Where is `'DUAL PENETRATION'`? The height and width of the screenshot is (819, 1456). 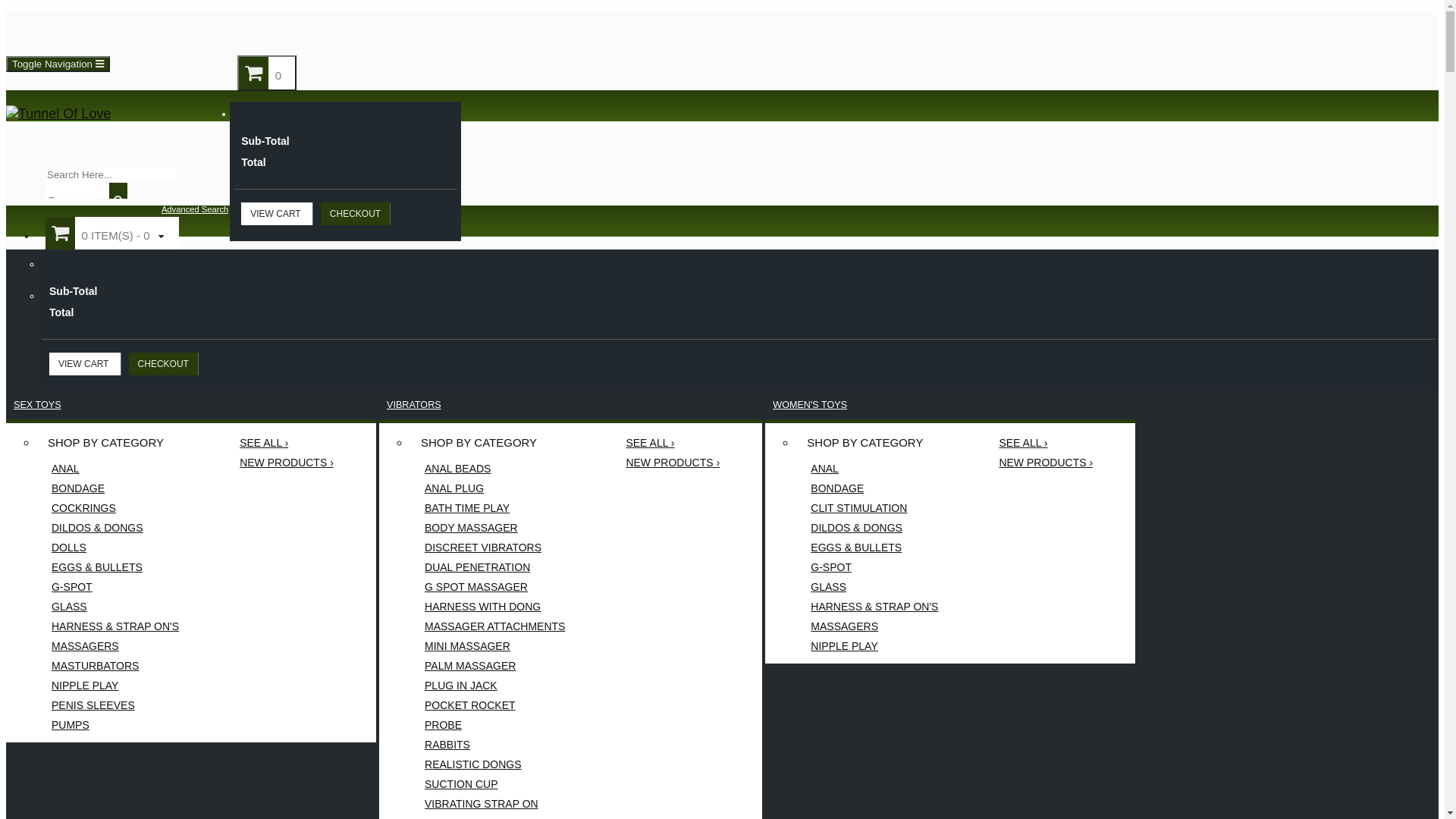 'DUAL PENETRATION' is located at coordinates (494, 567).